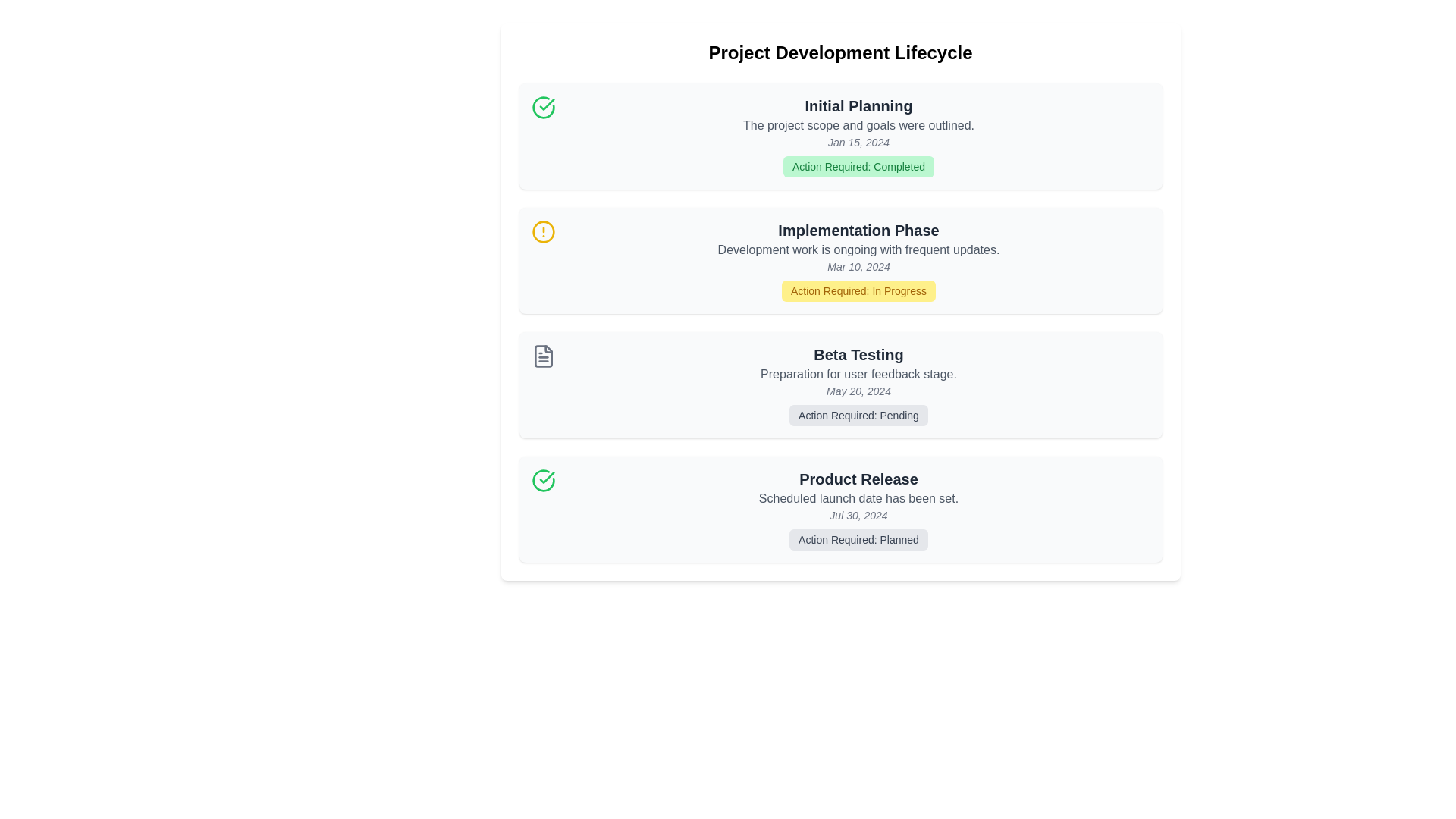 Image resolution: width=1456 pixels, height=819 pixels. What do you see at coordinates (543, 107) in the screenshot?
I see `the green circular icon with a checkmark inside, which indicates a completed status, located in the top-left corner of the 'Initial Planning' card` at bounding box center [543, 107].